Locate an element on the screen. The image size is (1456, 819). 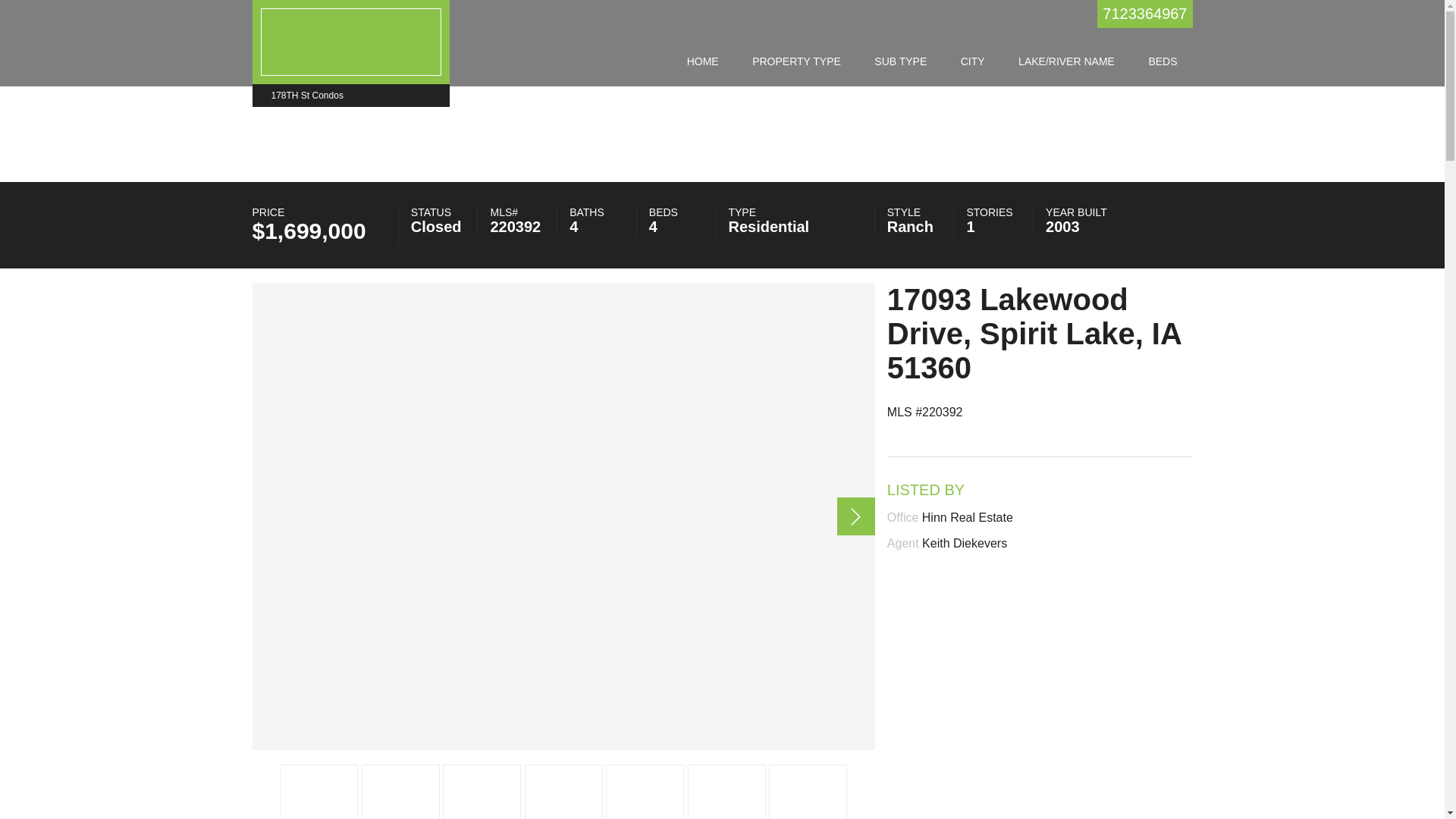
'178th St Condos - 178TH St Condos' is located at coordinates (350, 38).